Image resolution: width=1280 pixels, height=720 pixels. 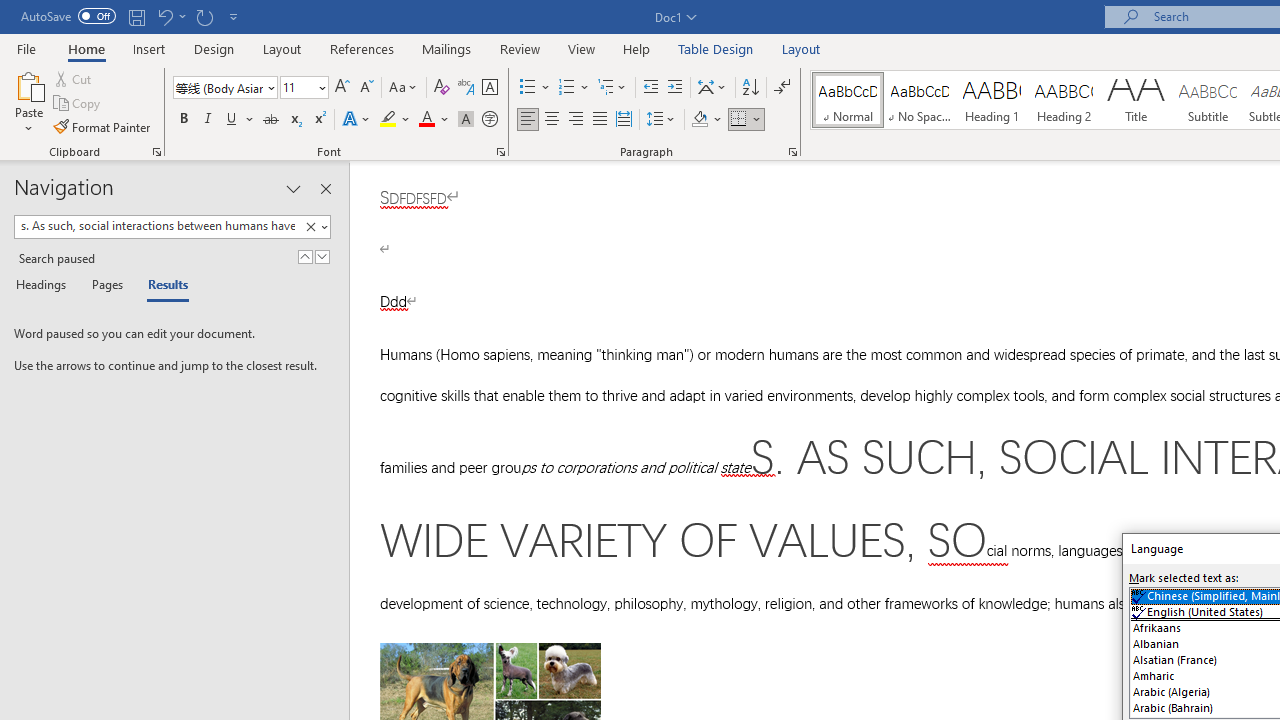 What do you see at coordinates (425, 119) in the screenshot?
I see `'Font Color RGB(255, 0, 0)'` at bounding box center [425, 119].